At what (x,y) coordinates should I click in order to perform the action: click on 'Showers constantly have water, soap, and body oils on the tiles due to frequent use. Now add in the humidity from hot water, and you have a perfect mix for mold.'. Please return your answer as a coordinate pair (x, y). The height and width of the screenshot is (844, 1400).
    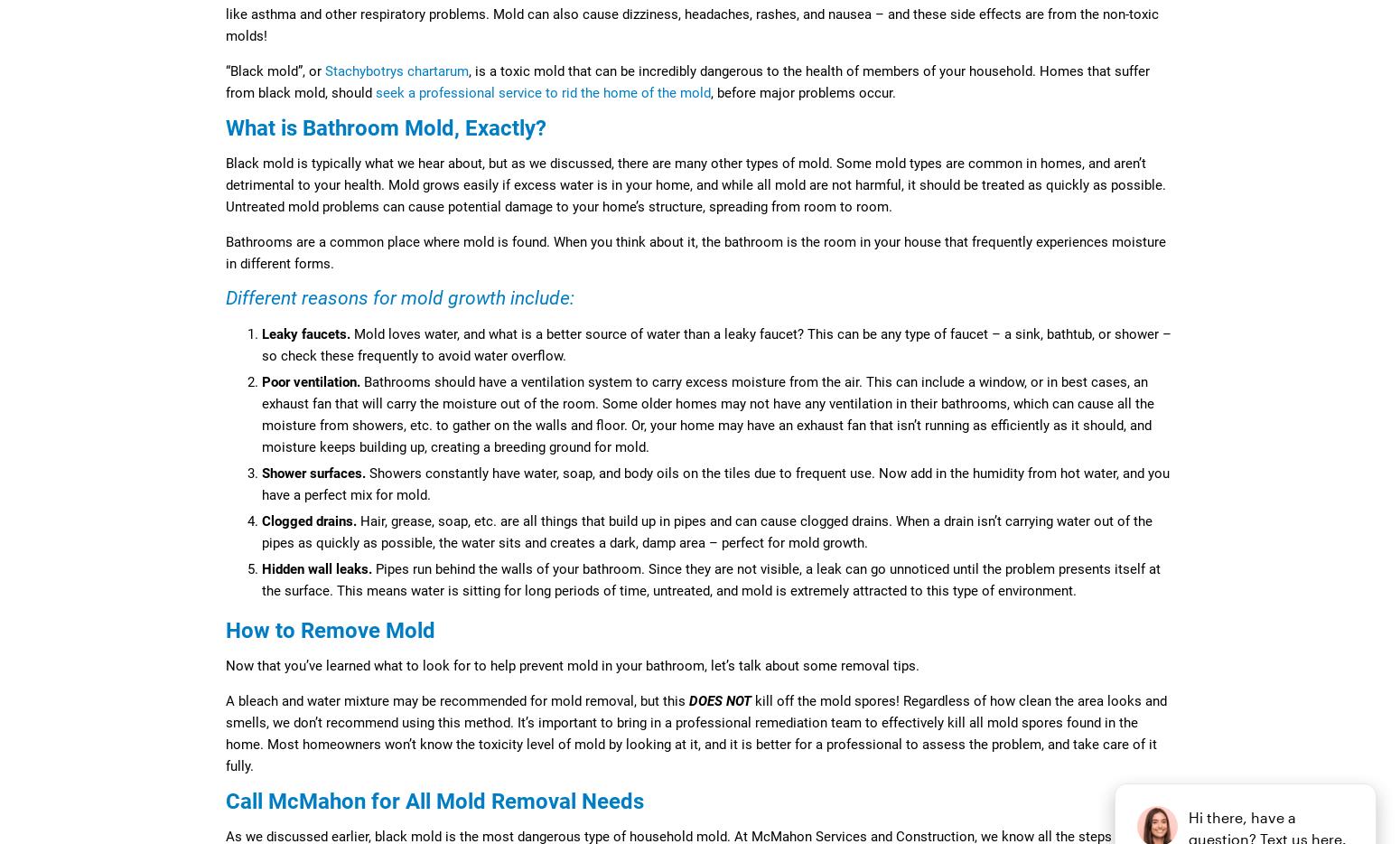
    Looking at the image, I should click on (714, 484).